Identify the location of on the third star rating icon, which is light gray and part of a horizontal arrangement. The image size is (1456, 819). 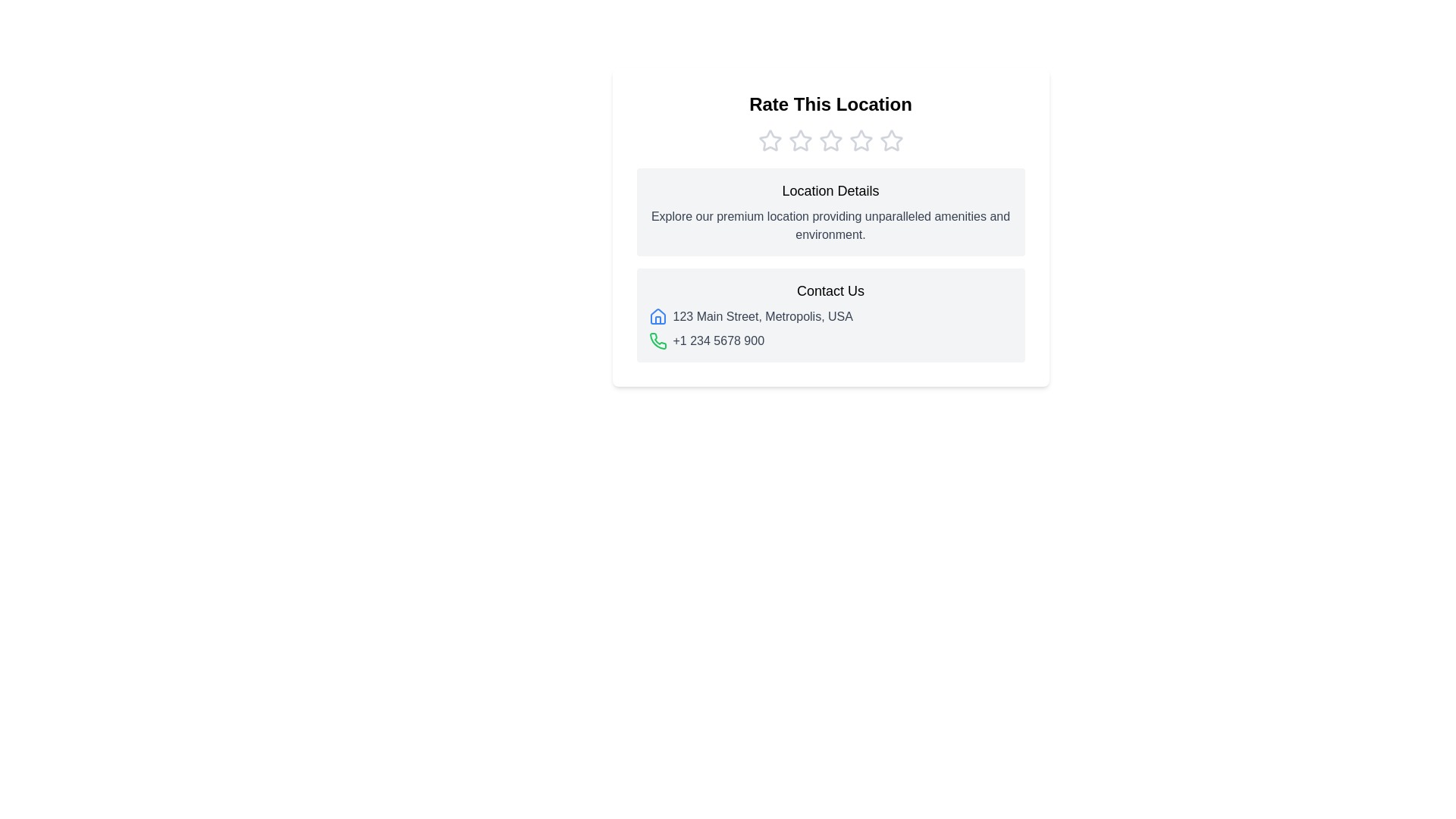
(830, 140).